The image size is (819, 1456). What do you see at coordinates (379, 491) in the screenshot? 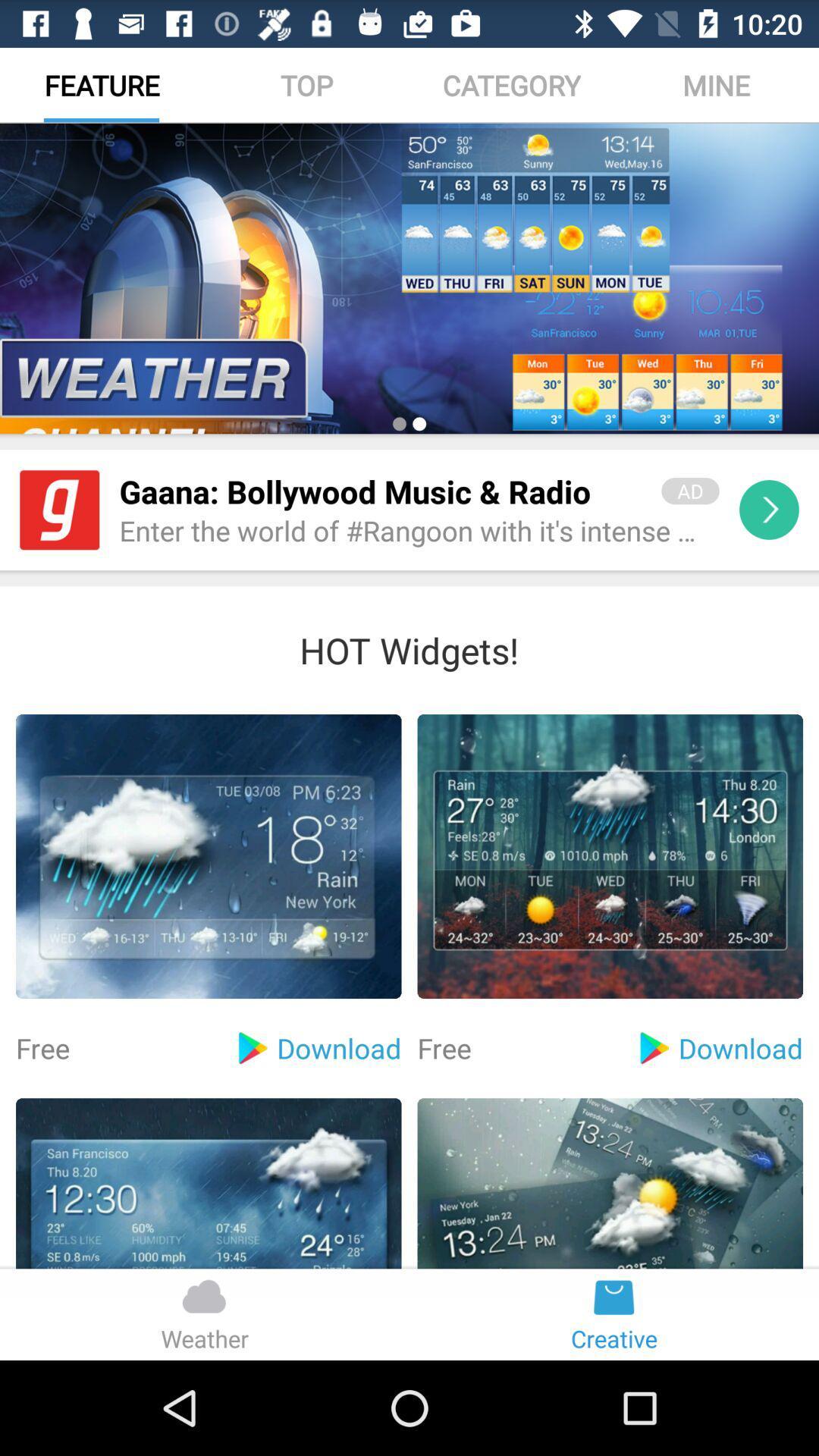
I see `app to the left of the ad` at bounding box center [379, 491].